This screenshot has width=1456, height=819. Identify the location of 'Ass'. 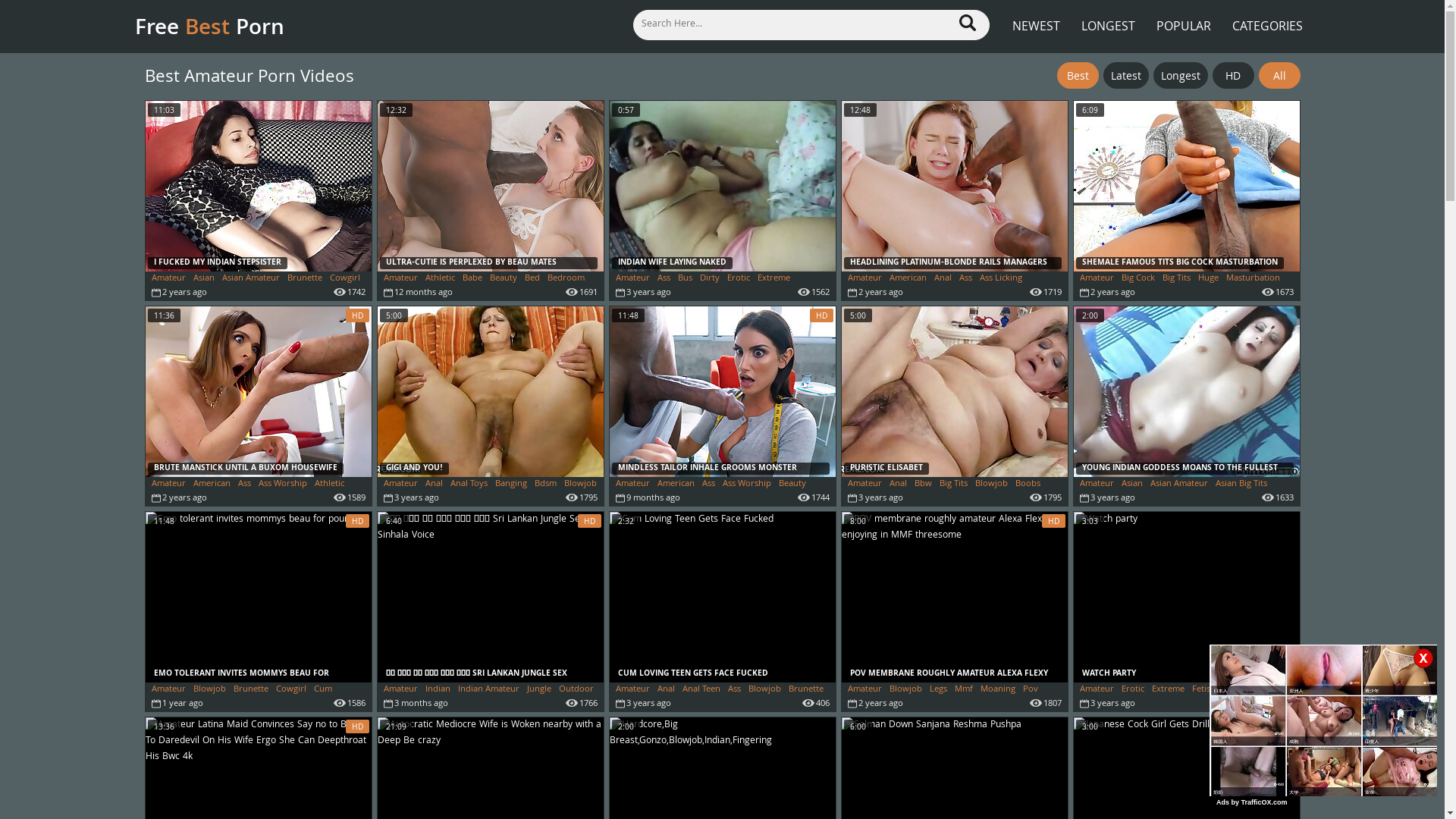
(734, 689).